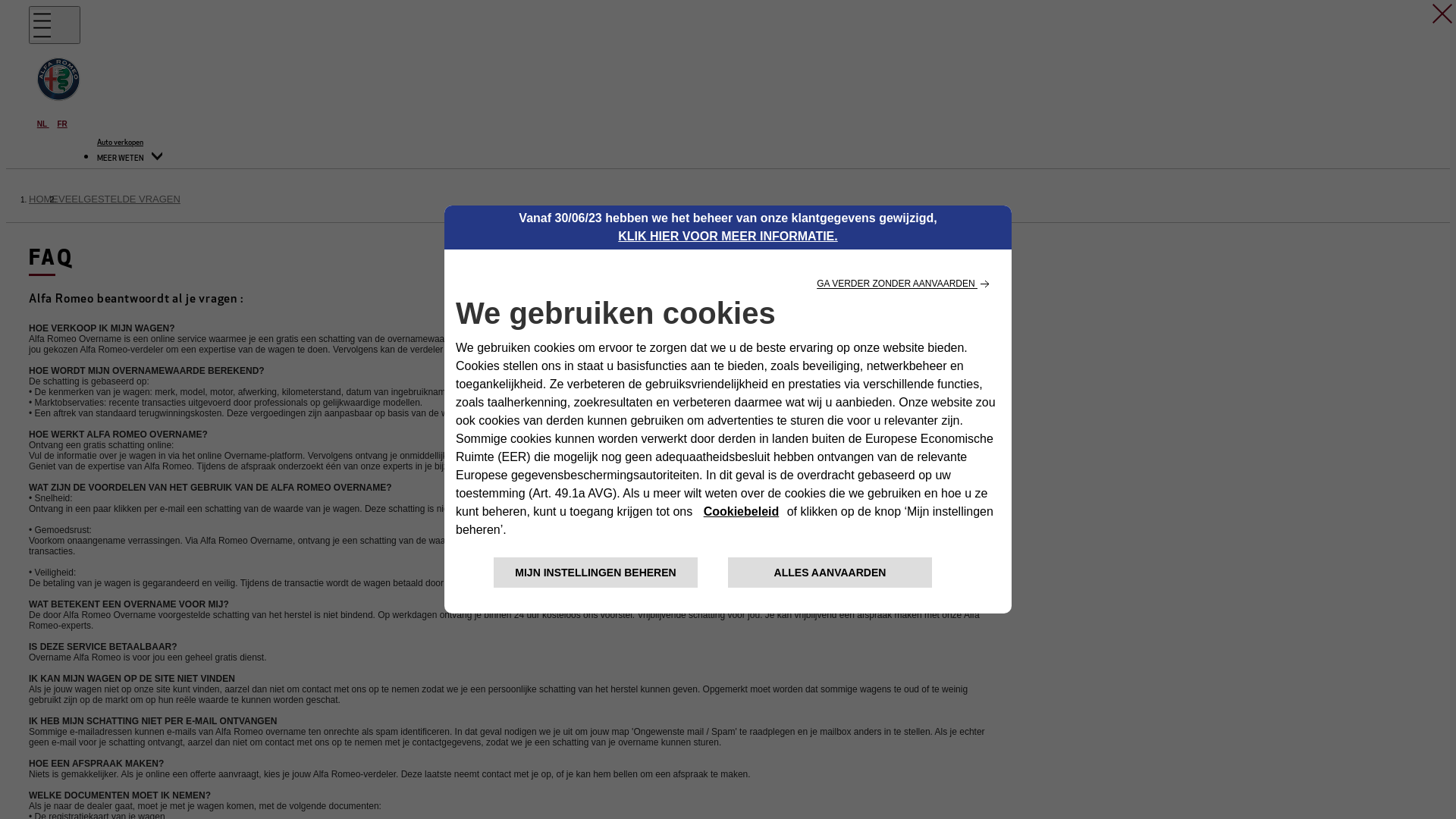  I want to click on 'FR', so click(61, 123).